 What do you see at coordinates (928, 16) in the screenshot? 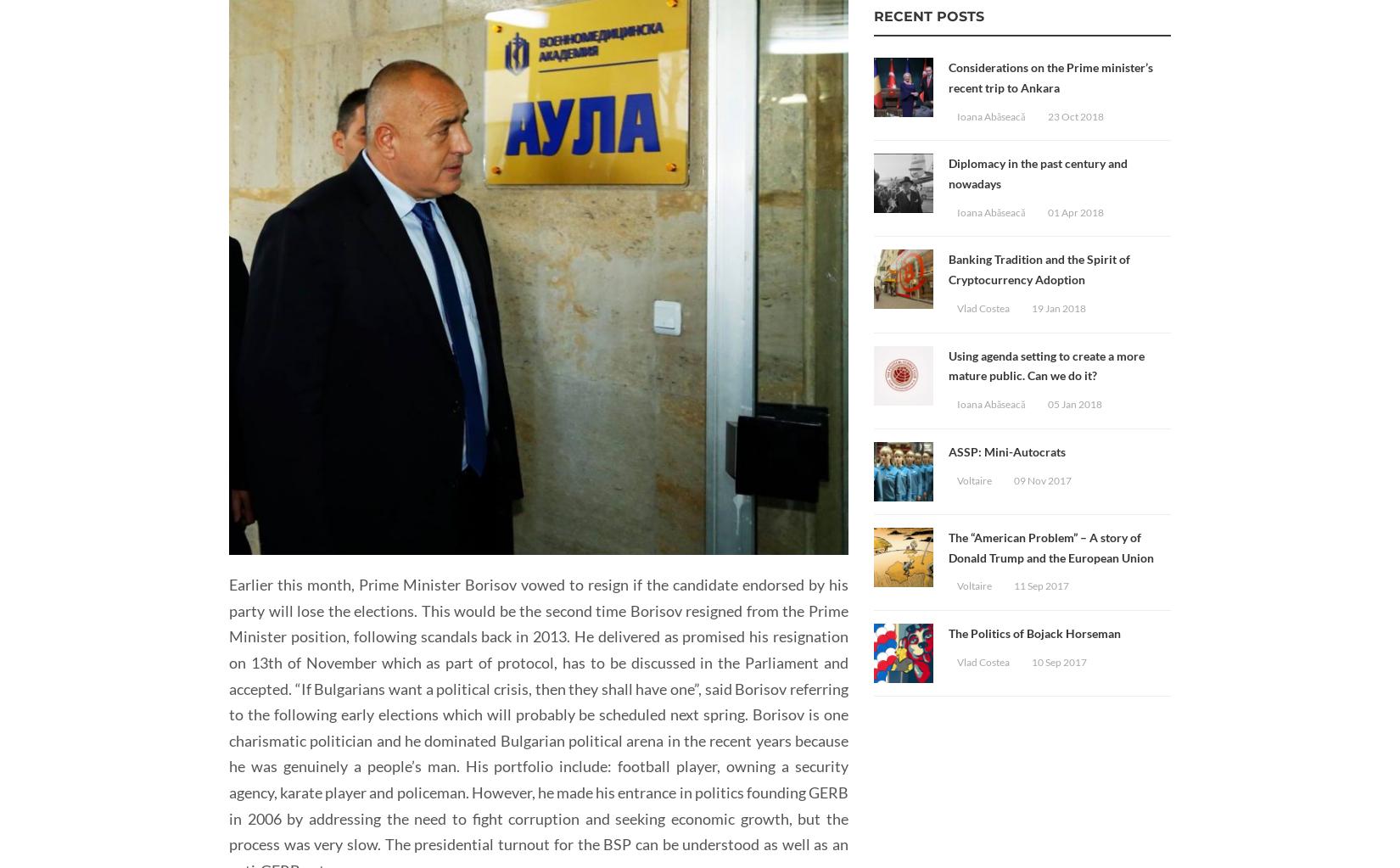
I see `'Recent Posts'` at bounding box center [928, 16].